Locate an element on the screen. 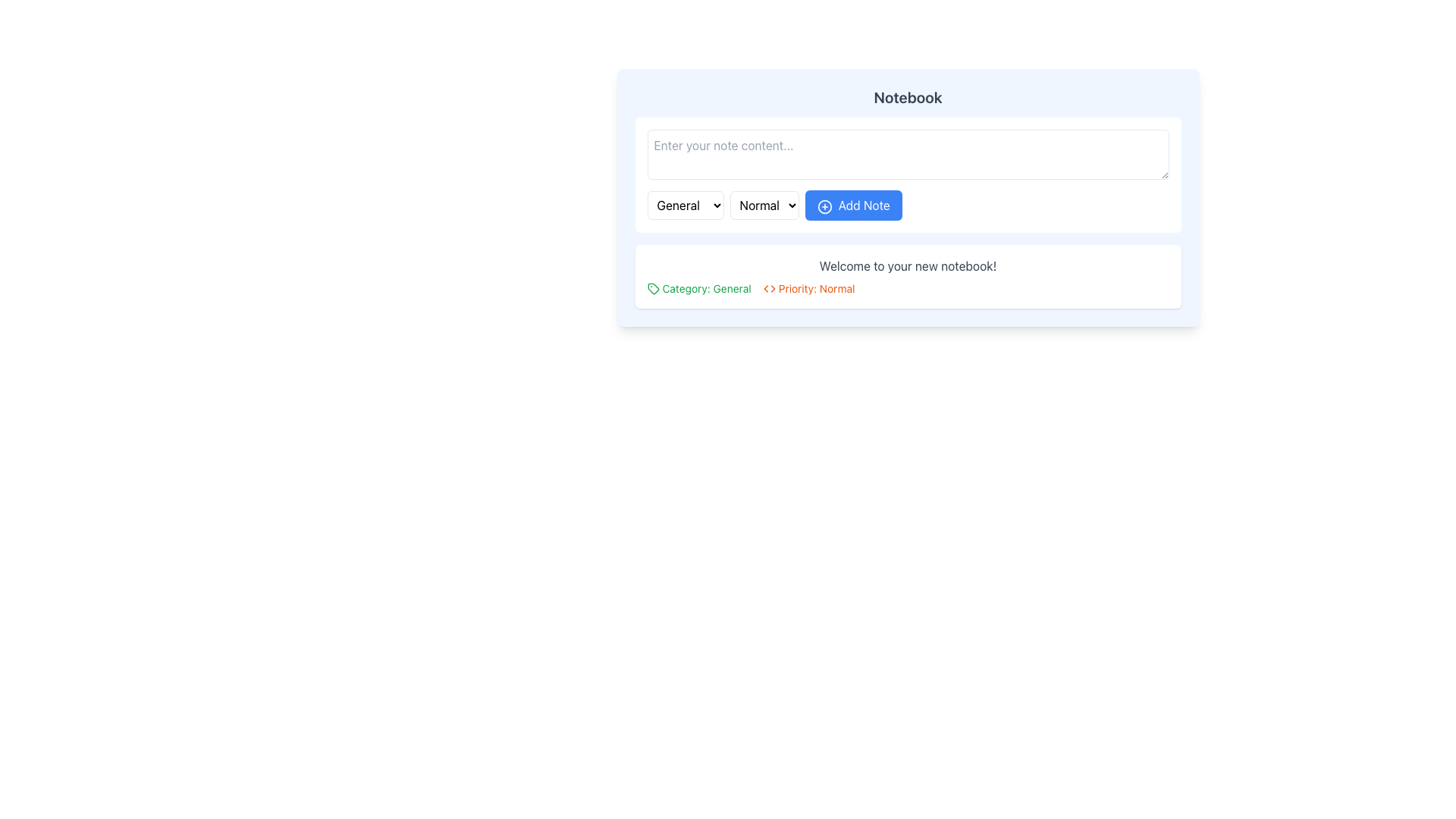  the 'General' dropdown menu located at the top left of the group of dropdowns is located at coordinates (684, 205).